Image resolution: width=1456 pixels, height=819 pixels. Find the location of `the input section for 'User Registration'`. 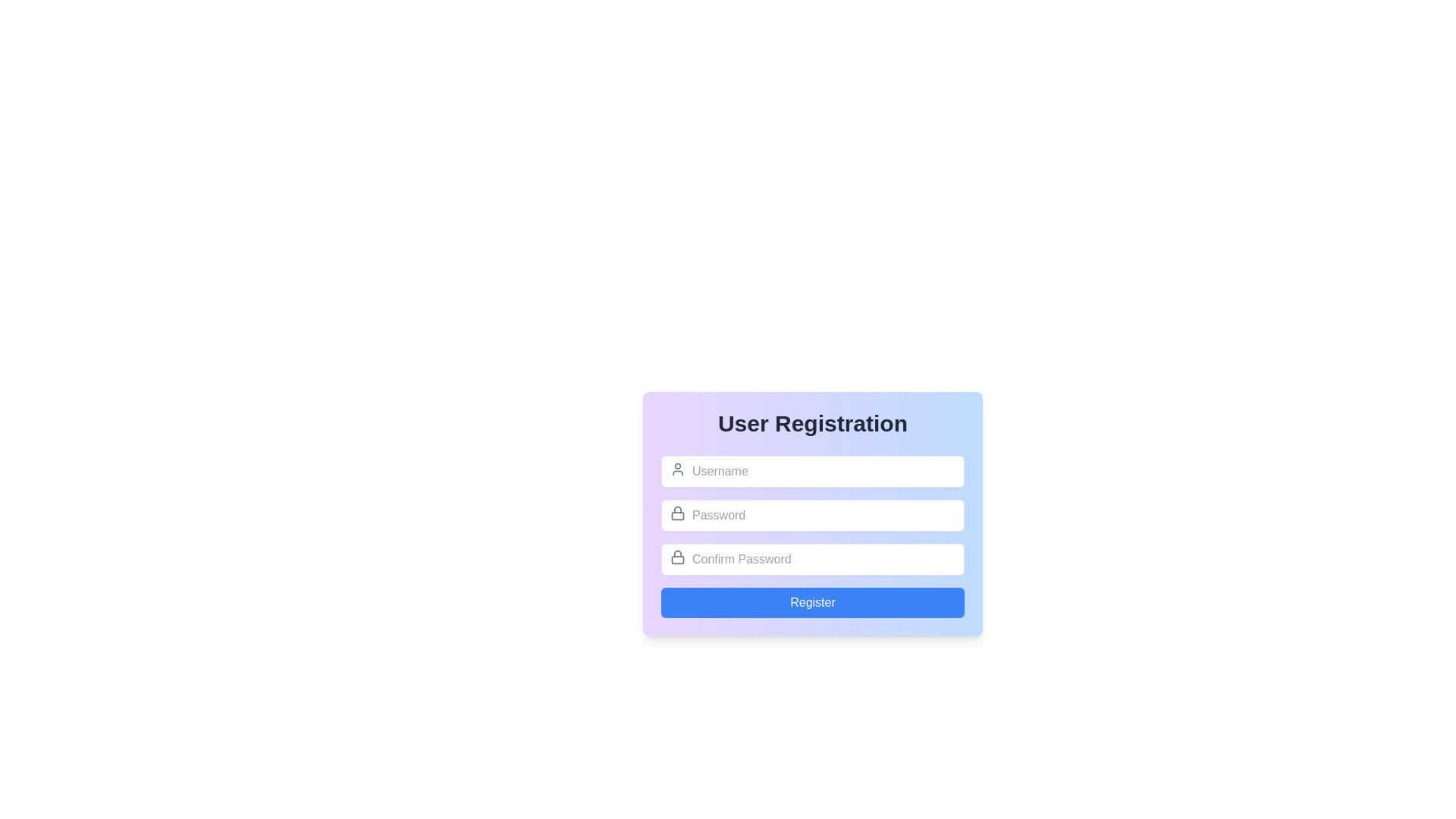

the input section for 'User Registration' is located at coordinates (811, 536).